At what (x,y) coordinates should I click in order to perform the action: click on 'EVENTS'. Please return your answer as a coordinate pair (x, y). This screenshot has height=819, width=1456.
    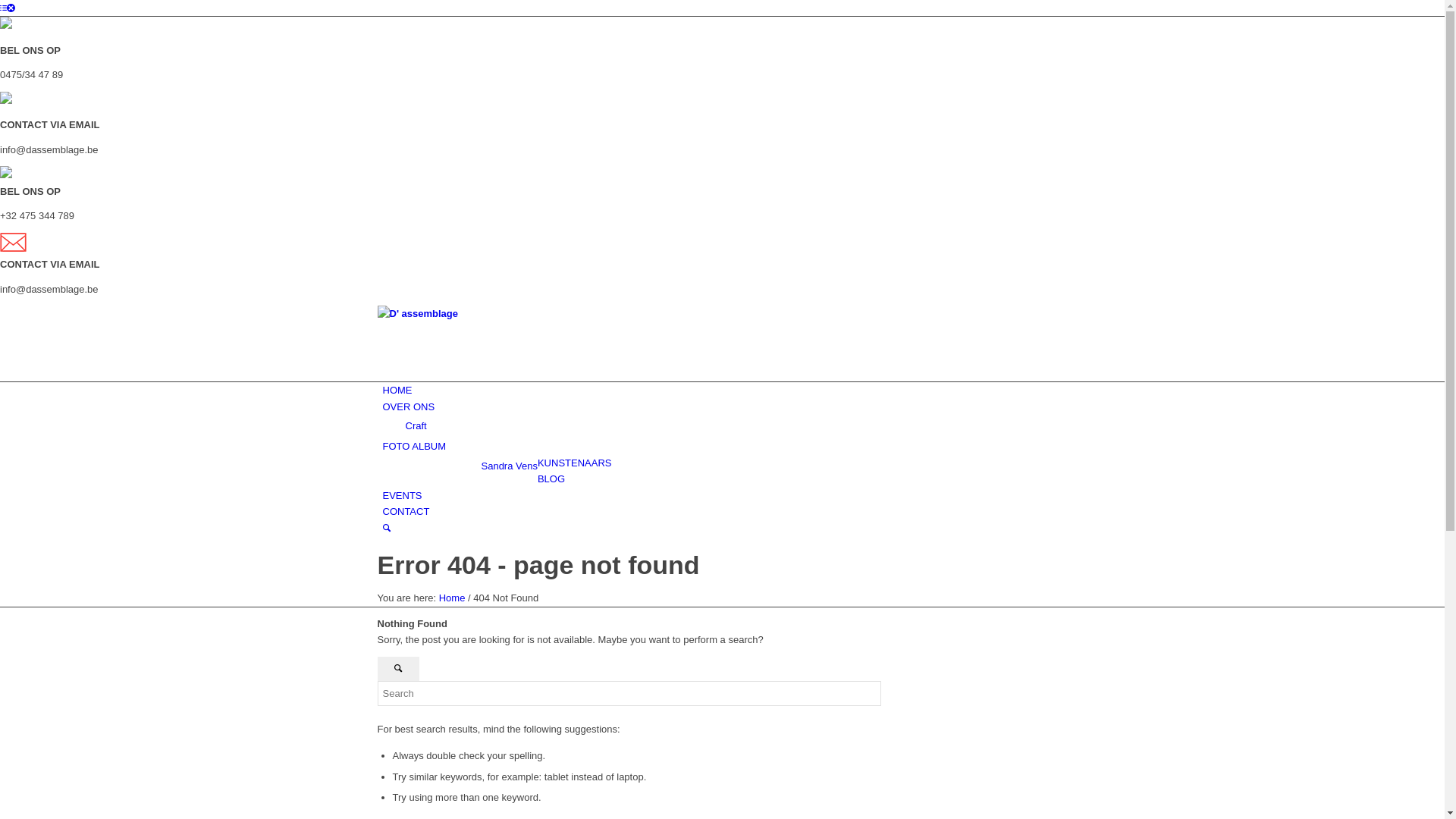
    Looking at the image, I should click on (401, 495).